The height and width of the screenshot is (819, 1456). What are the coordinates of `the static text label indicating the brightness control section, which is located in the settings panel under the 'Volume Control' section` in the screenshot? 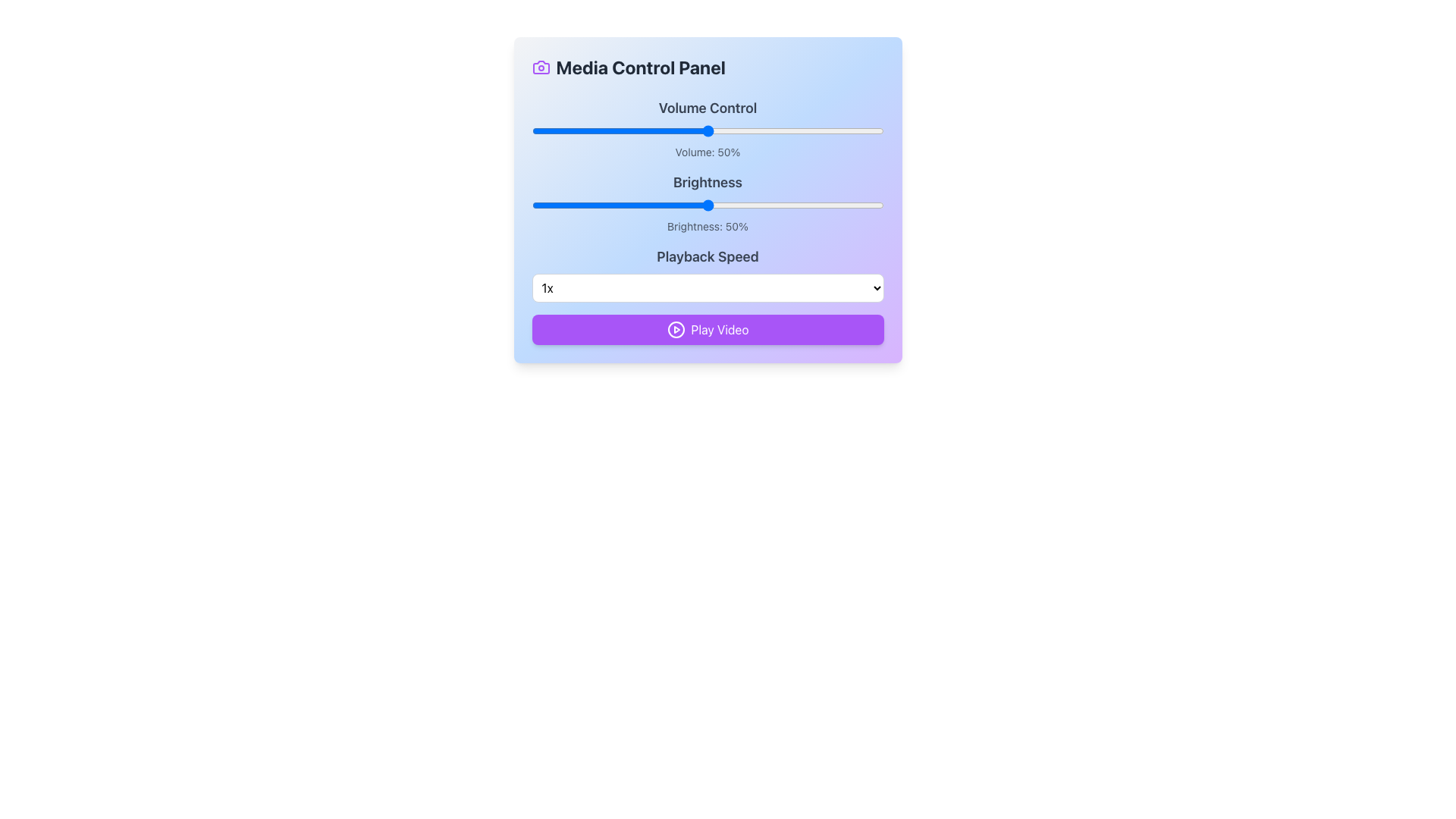 It's located at (707, 181).